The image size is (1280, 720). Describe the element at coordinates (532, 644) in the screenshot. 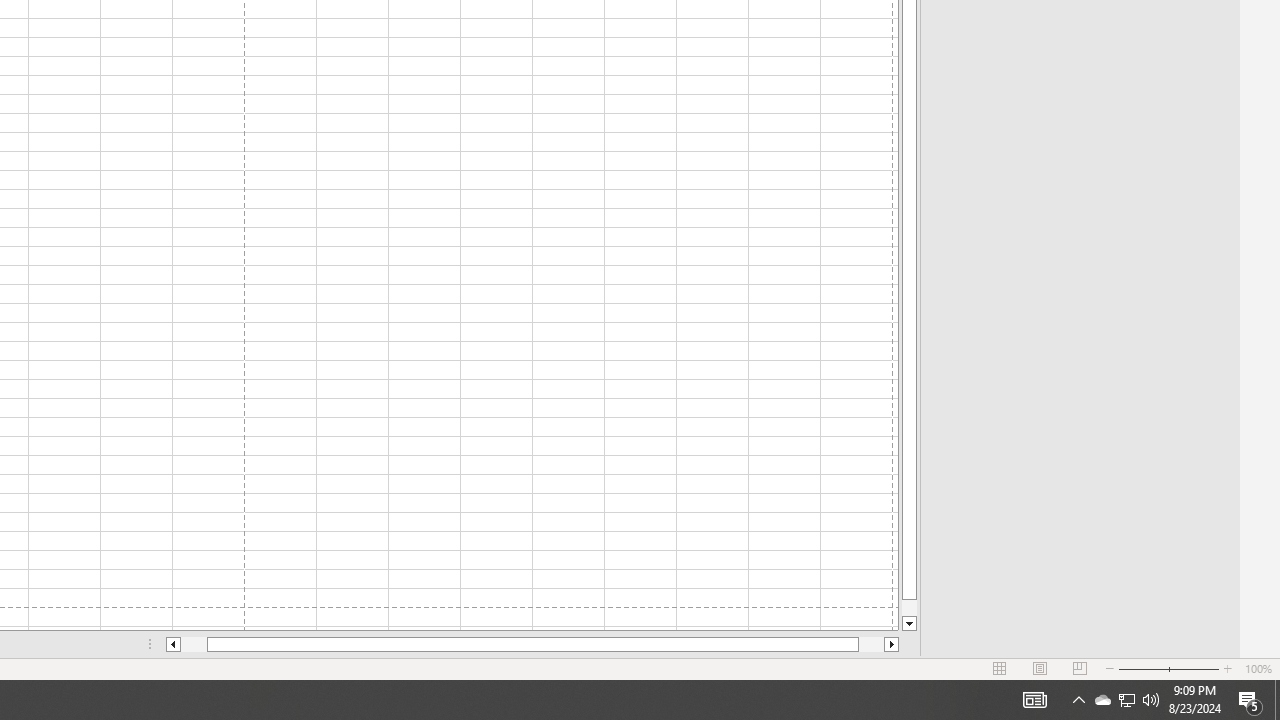

I see `'Class: NetUIScrollBar'` at that location.